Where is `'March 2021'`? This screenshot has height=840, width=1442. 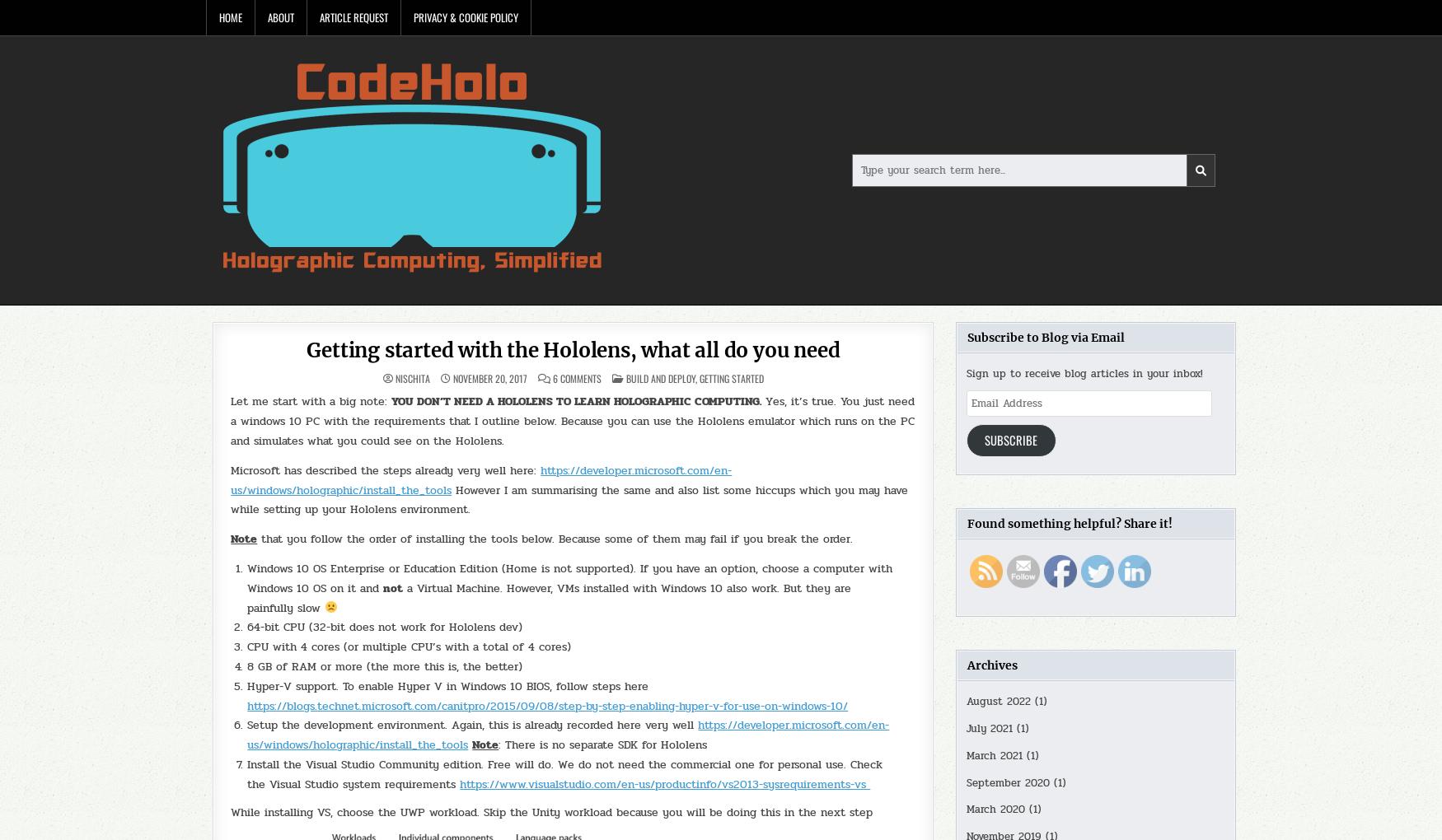 'March 2021' is located at coordinates (993, 754).